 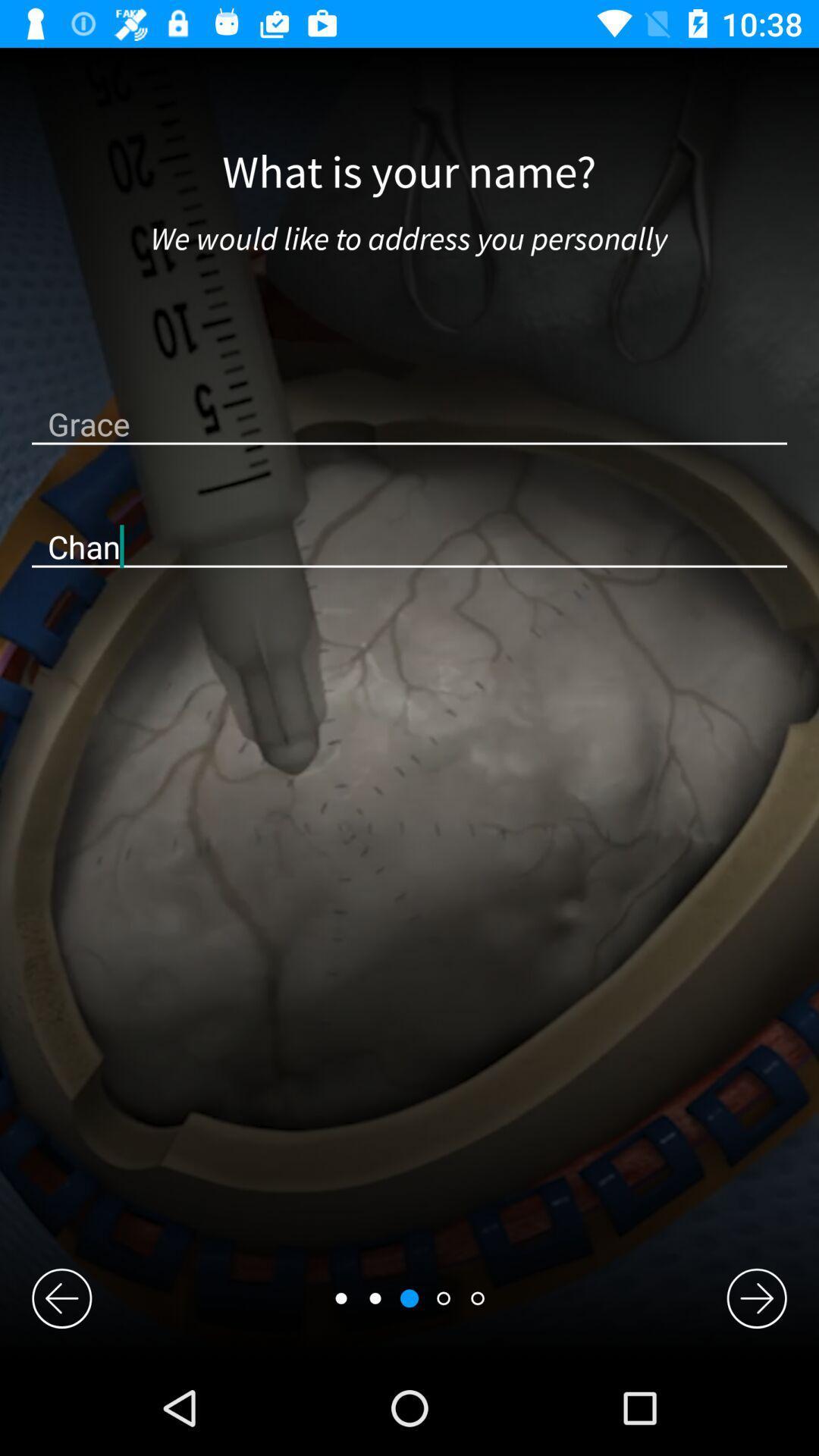 What do you see at coordinates (409, 423) in the screenshot?
I see `the icon above chan item` at bounding box center [409, 423].